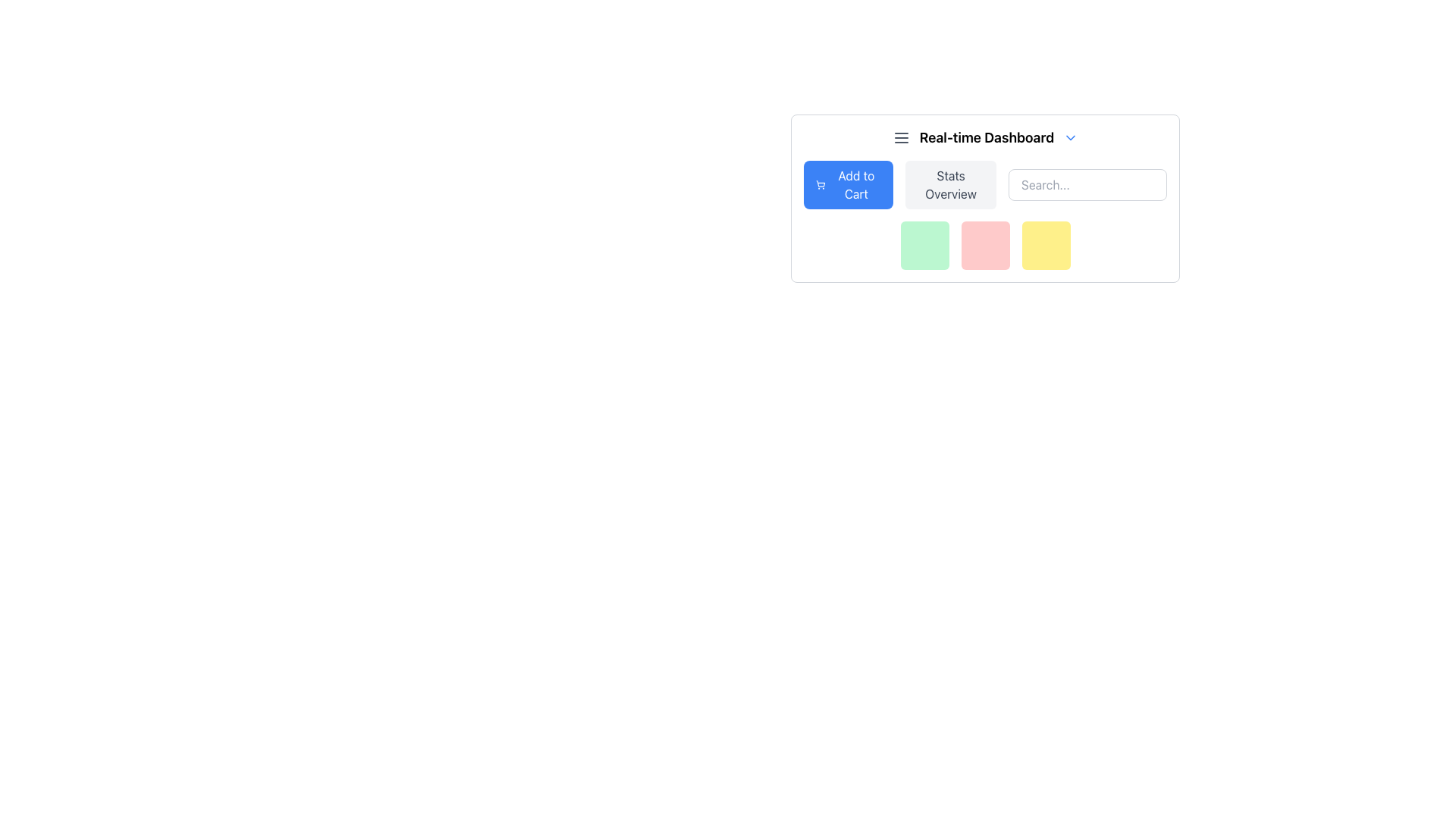 This screenshot has height=819, width=1456. What do you see at coordinates (950, 184) in the screenshot?
I see `the 'Stats Overview' label button, which is a rectangular button with rounded corners and a light gray background, located to the right of the 'Add to Cart' button` at bounding box center [950, 184].